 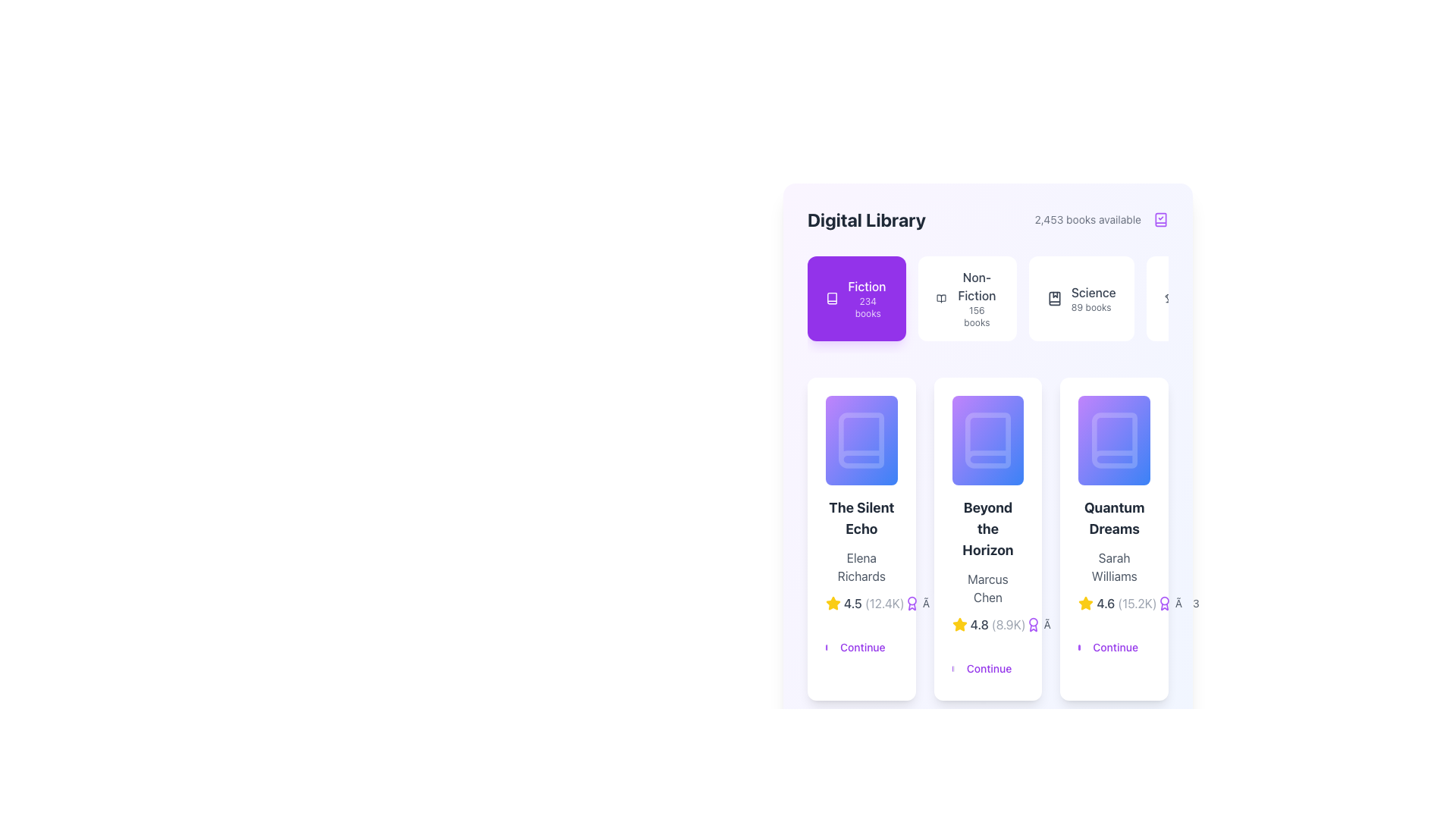 What do you see at coordinates (989, 668) in the screenshot?
I see `the button located at the bottom of the 'Beyond the Horizon' card` at bounding box center [989, 668].